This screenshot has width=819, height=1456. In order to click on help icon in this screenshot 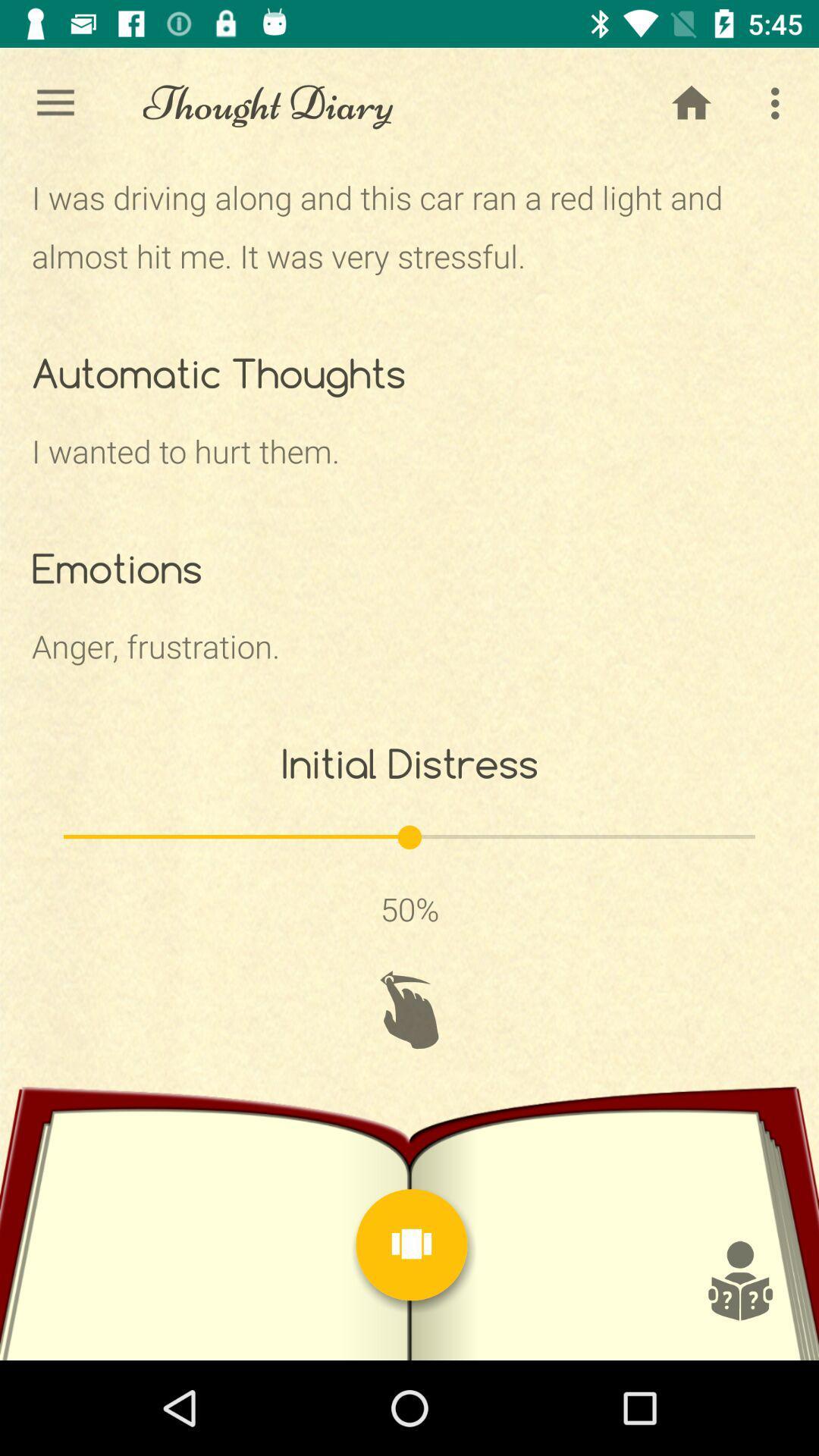, I will do `click(739, 1280)`.